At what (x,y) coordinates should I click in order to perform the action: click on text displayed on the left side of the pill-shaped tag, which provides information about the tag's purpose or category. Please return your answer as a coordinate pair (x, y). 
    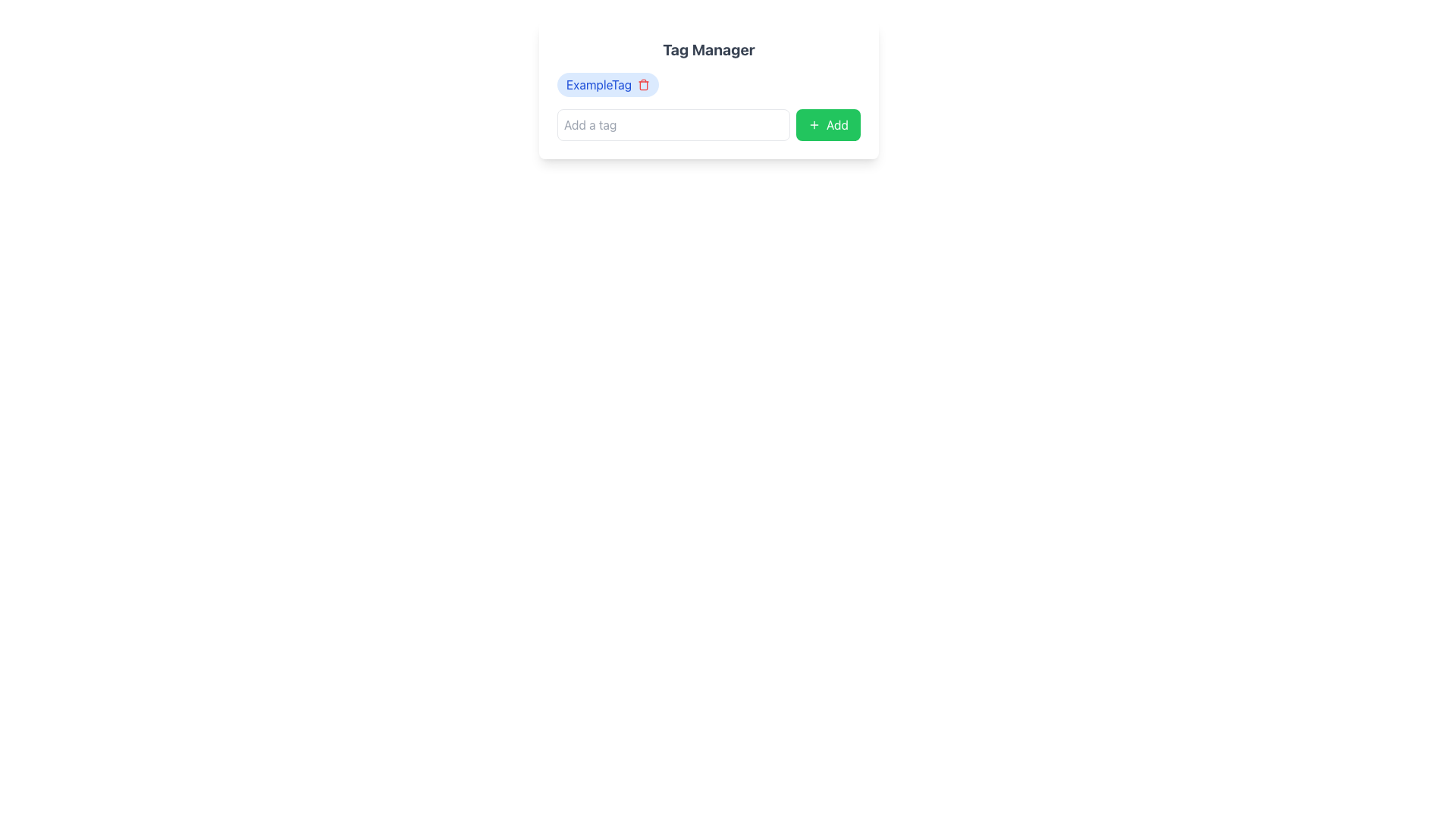
    Looking at the image, I should click on (598, 84).